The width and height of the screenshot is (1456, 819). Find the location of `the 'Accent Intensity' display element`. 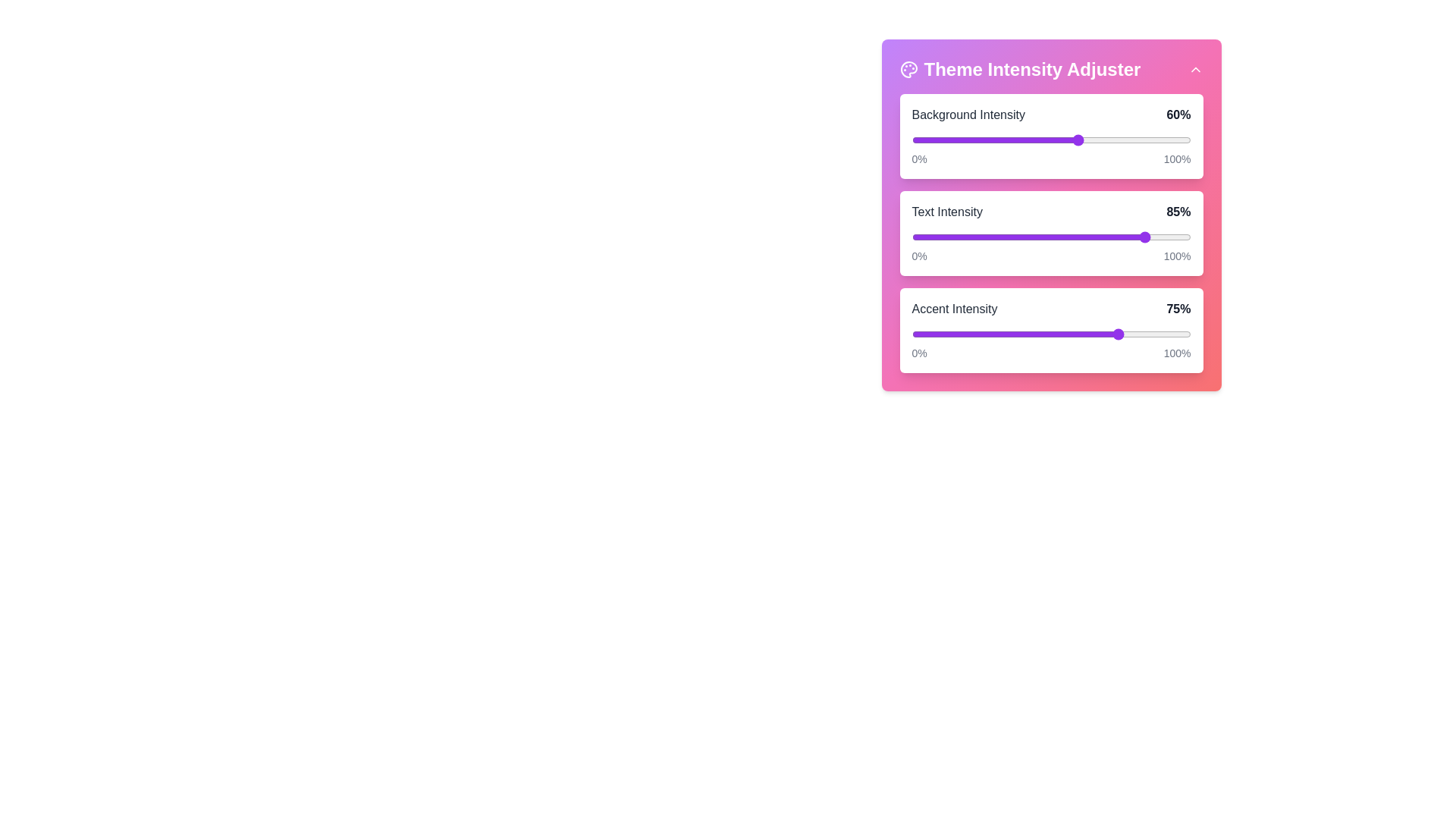

the 'Accent Intensity' display element is located at coordinates (1050, 309).